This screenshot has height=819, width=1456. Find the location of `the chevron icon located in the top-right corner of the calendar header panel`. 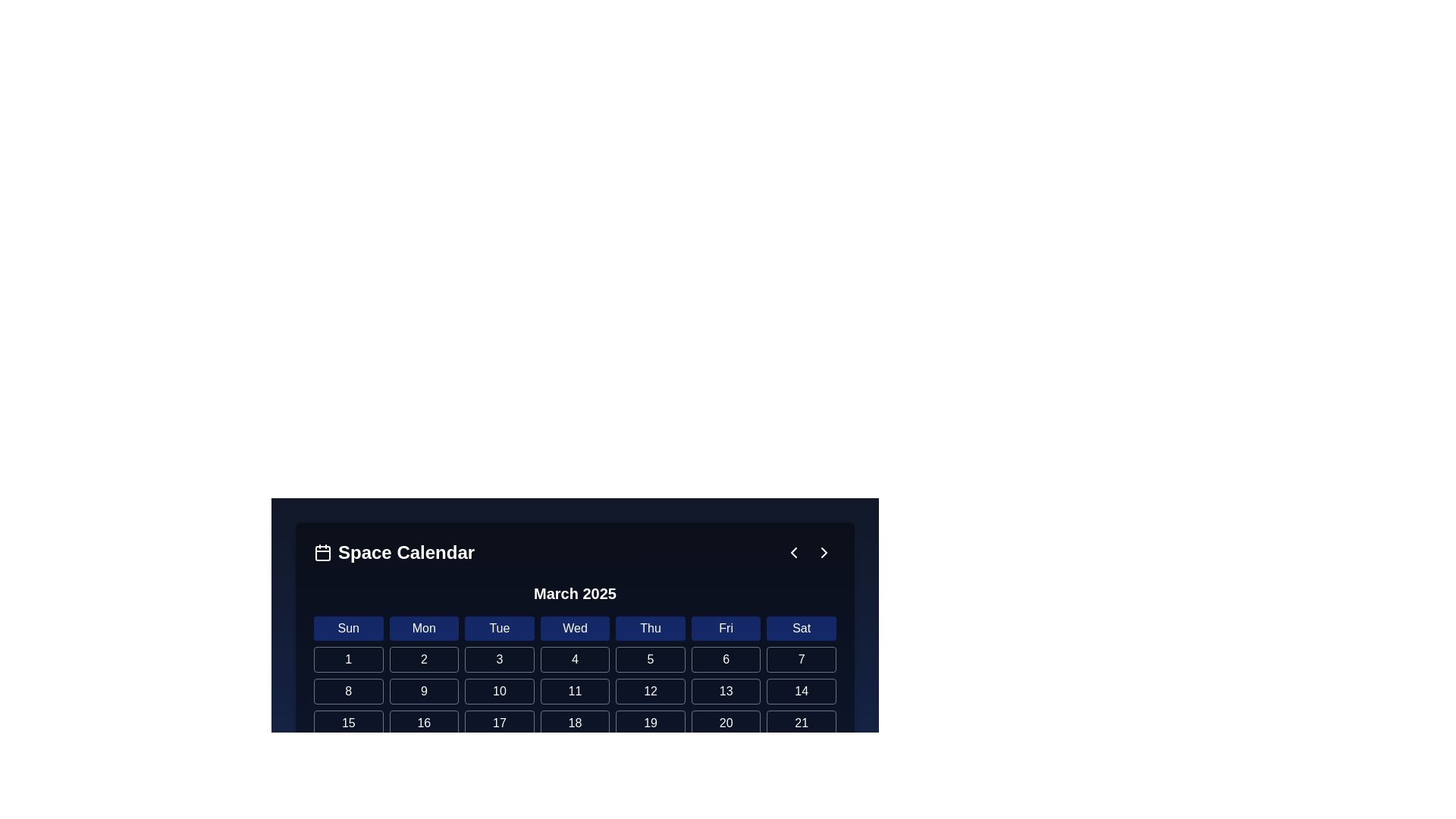

the chevron icon located in the top-right corner of the calendar header panel is located at coordinates (792, 553).